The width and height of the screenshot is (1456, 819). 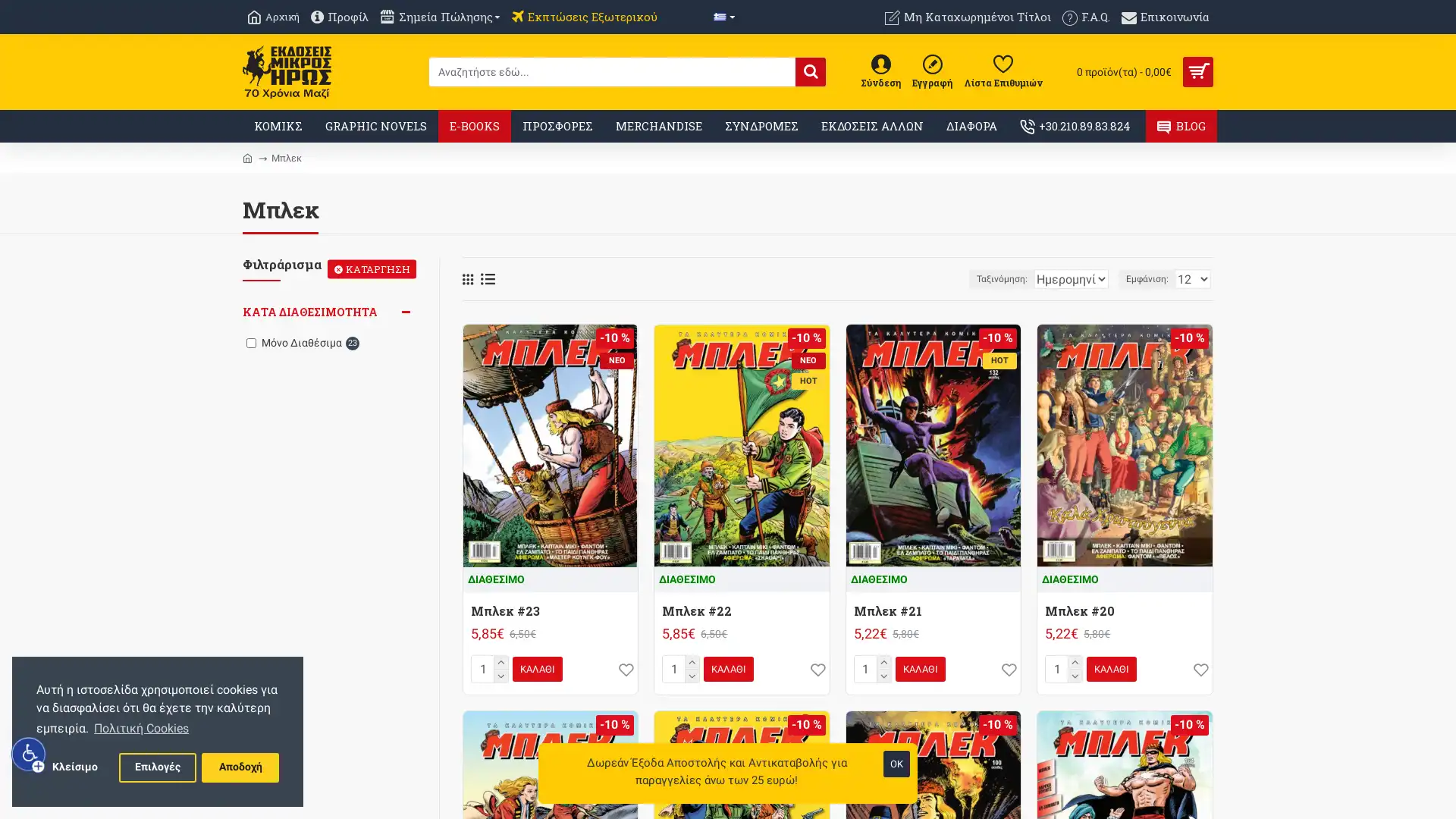 I want to click on OK, so click(x=896, y=764).